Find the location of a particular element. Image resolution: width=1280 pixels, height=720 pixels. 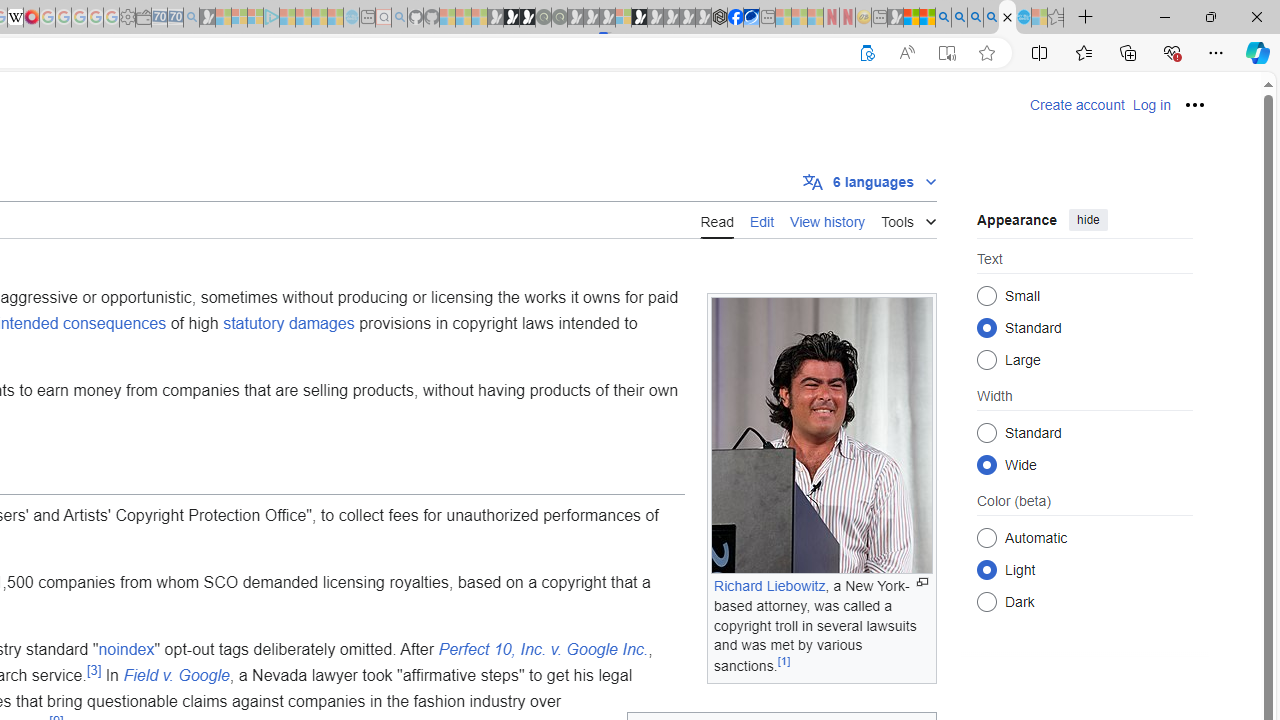

'Class: mw-list-item mw-list-item-js' is located at coordinates (1083, 569).